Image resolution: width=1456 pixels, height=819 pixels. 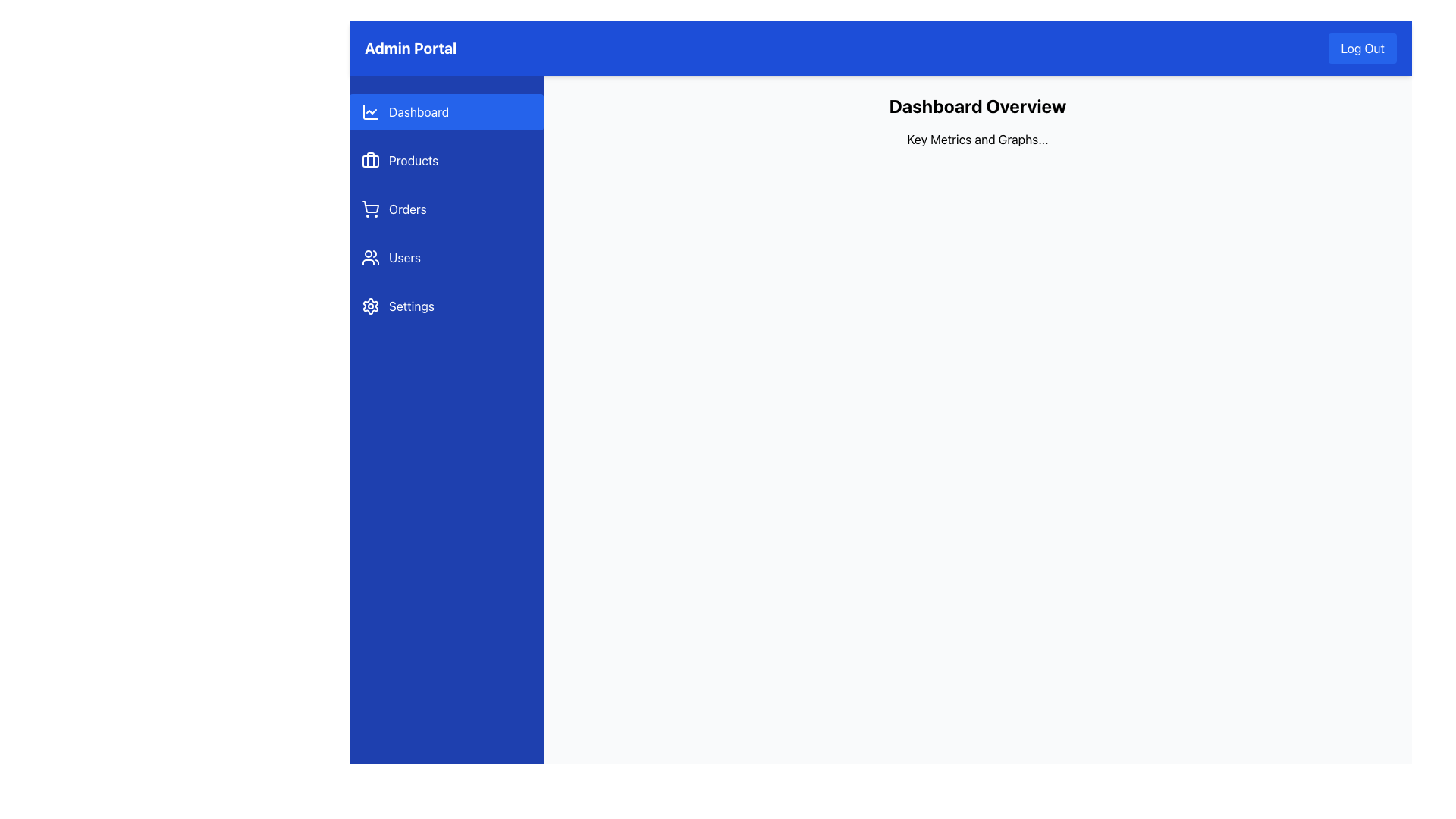 I want to click on the Text Label indicating the upcoming section or content area beneath the 'Dashboard Overview' heading, so click(x=977, y=140).